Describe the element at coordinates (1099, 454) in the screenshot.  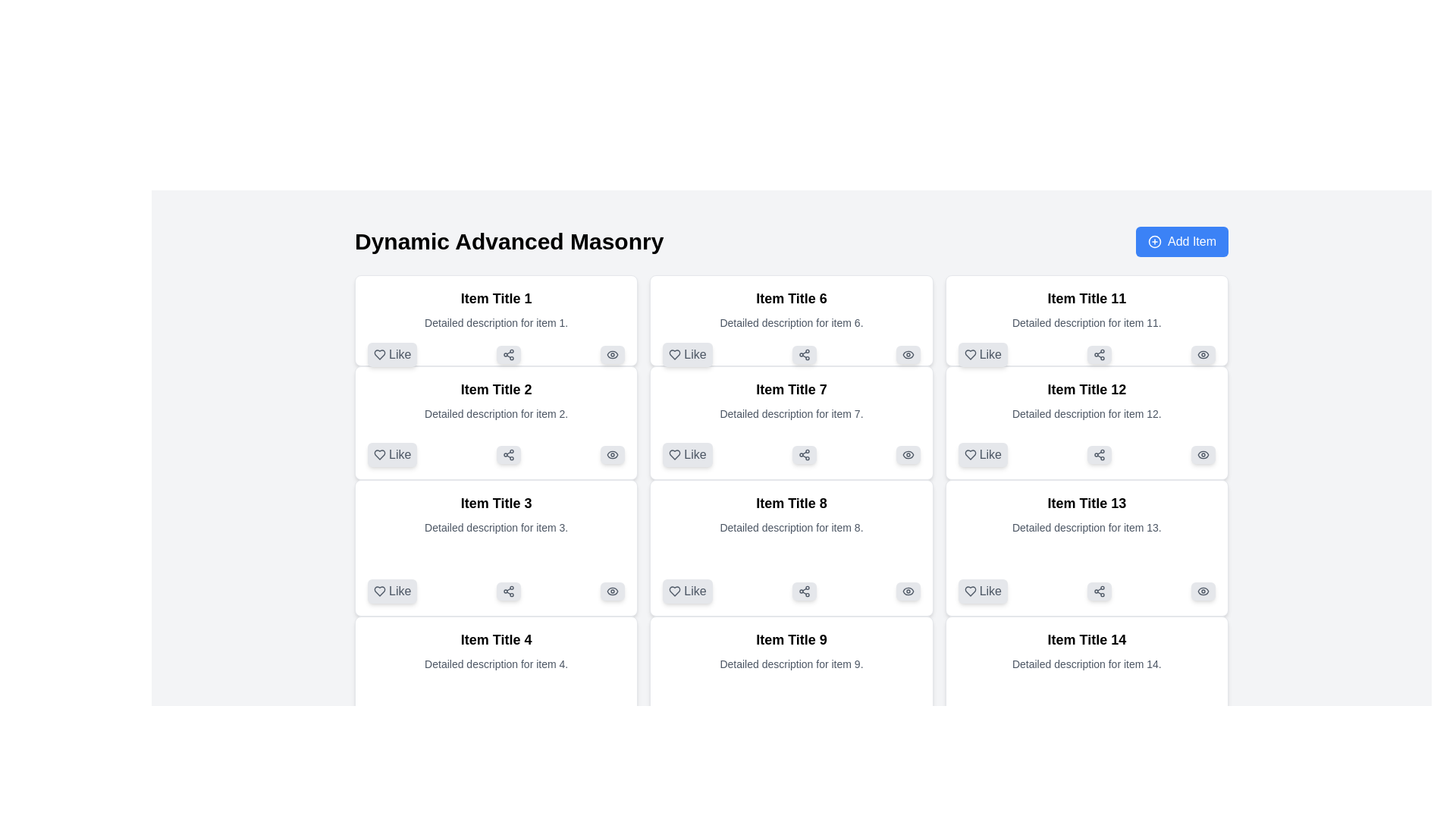
I see `the icon button resembling a connected nodes or share symbol located at the bottom-right corner of the card titled 'Item Title 12'` at that location.